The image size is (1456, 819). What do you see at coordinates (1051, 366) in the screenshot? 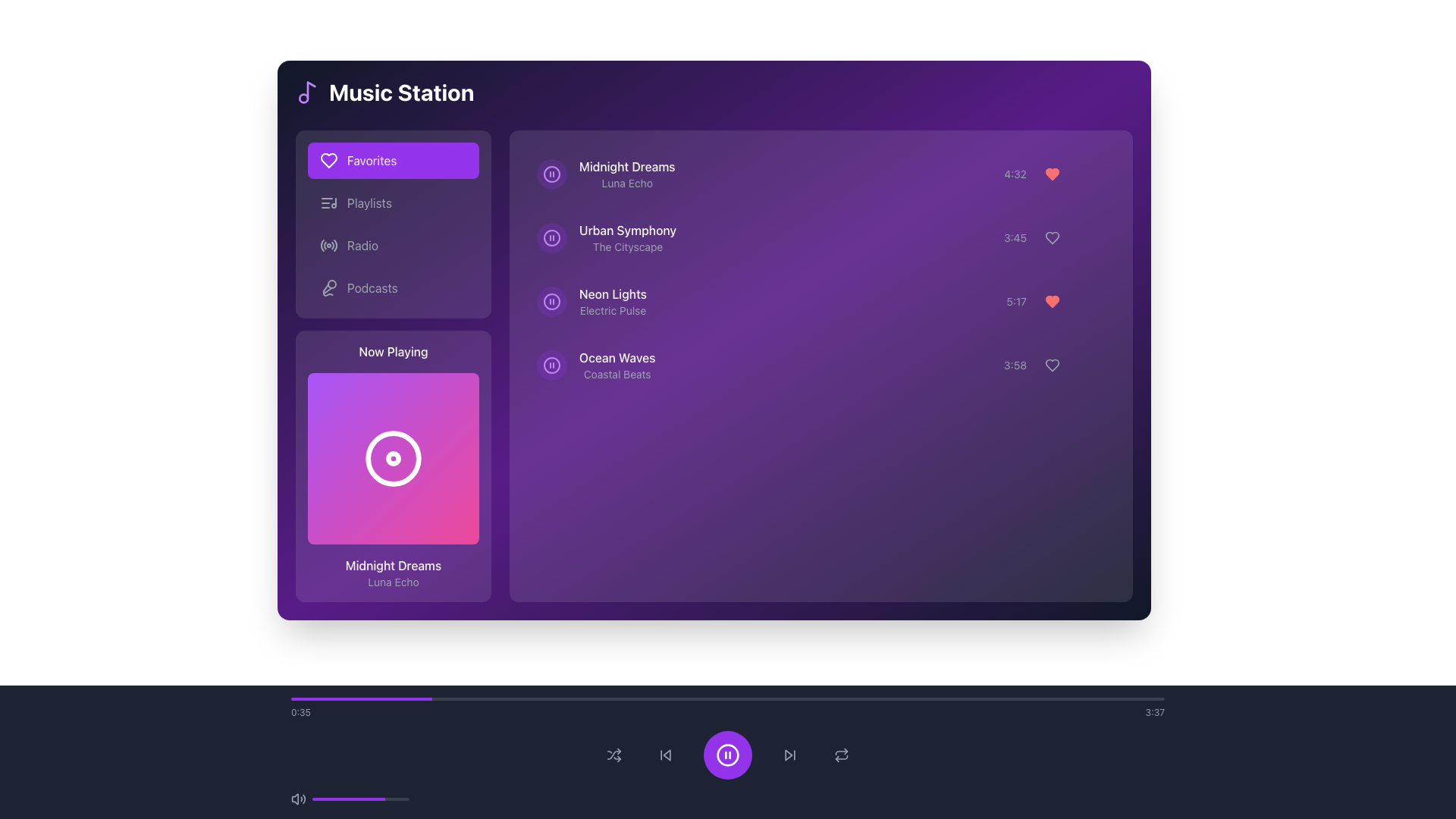
I see `the icon button in the bottom-right corner of the 'Ocean Waves' row` at bounding box center [1051, 366].